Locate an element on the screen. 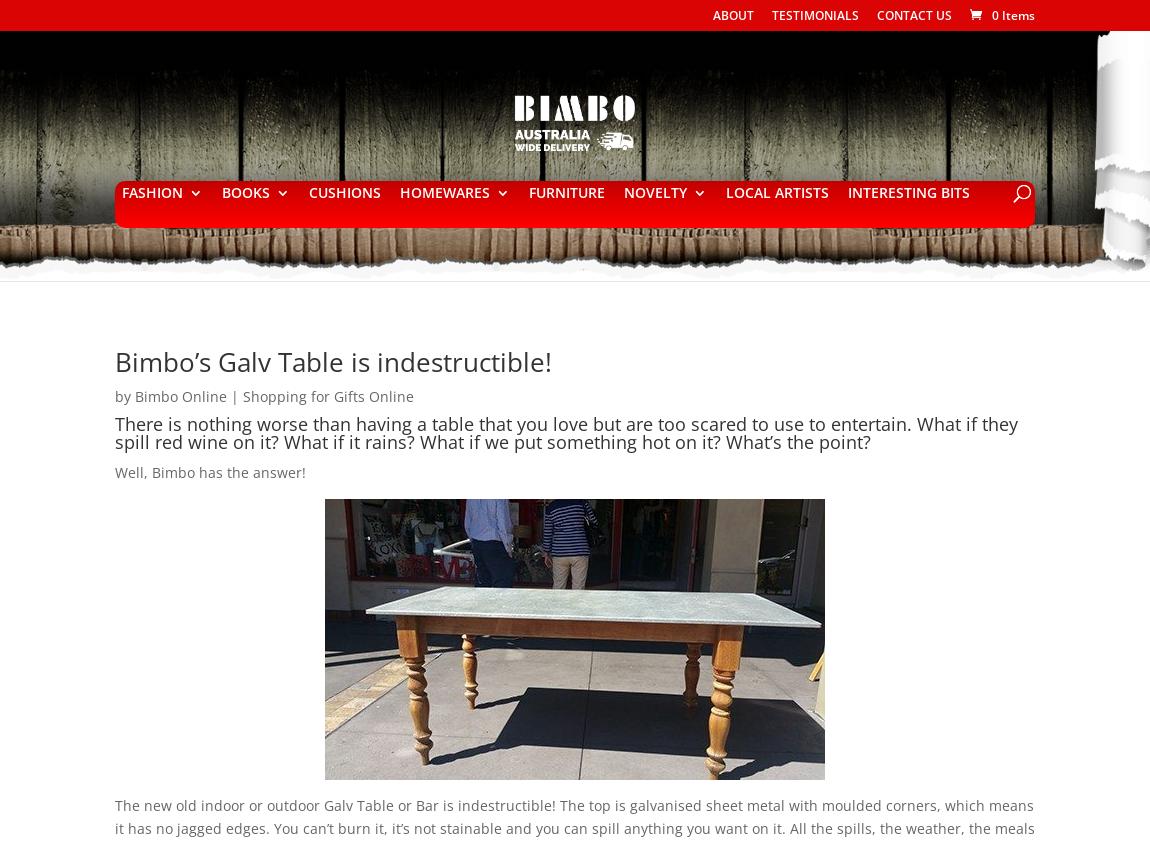  'EARRINGS' is located at coordinates (435, 429).